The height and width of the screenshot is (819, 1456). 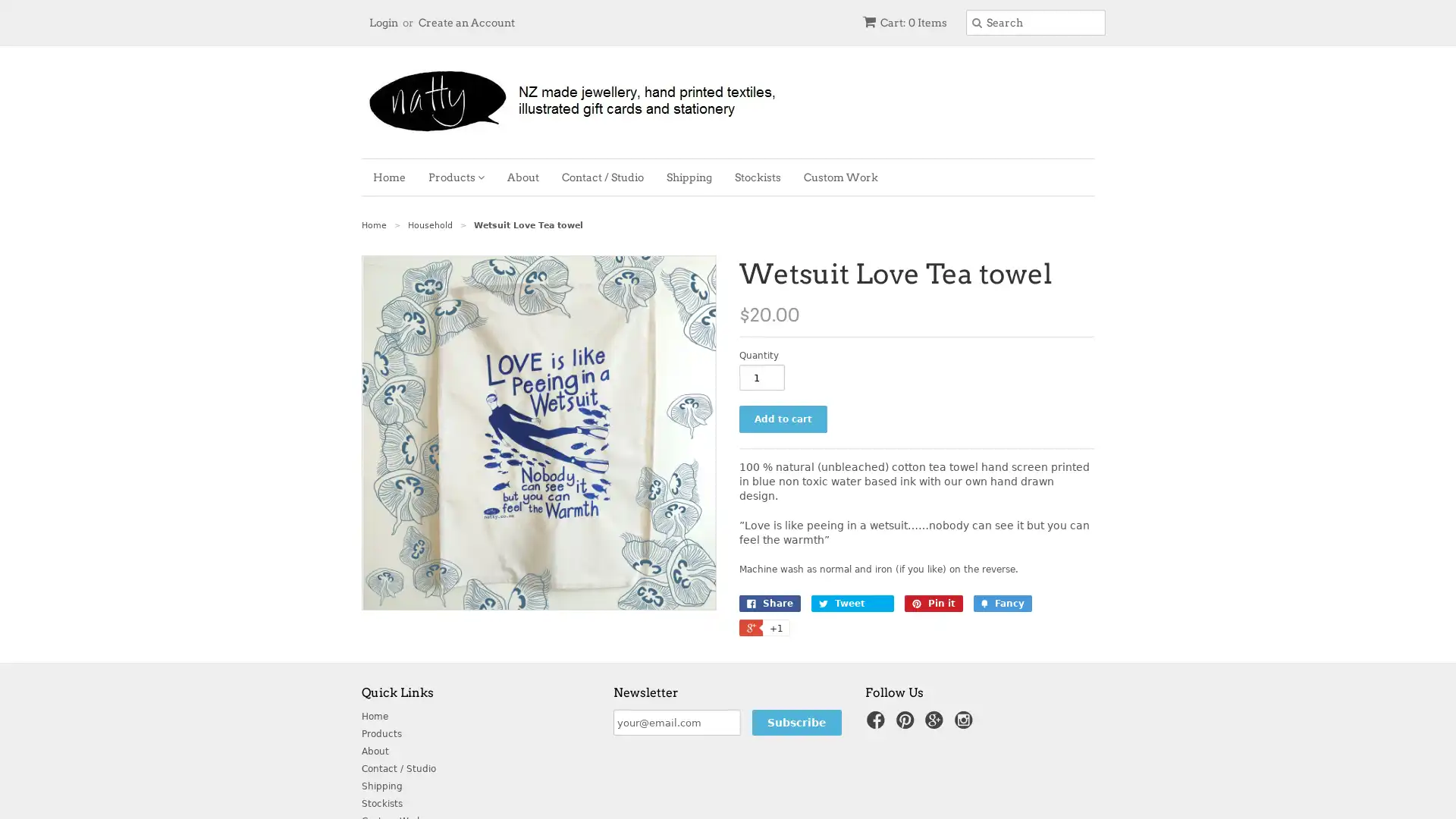 I want to click on Subscribe, so click(x=796, y=721).